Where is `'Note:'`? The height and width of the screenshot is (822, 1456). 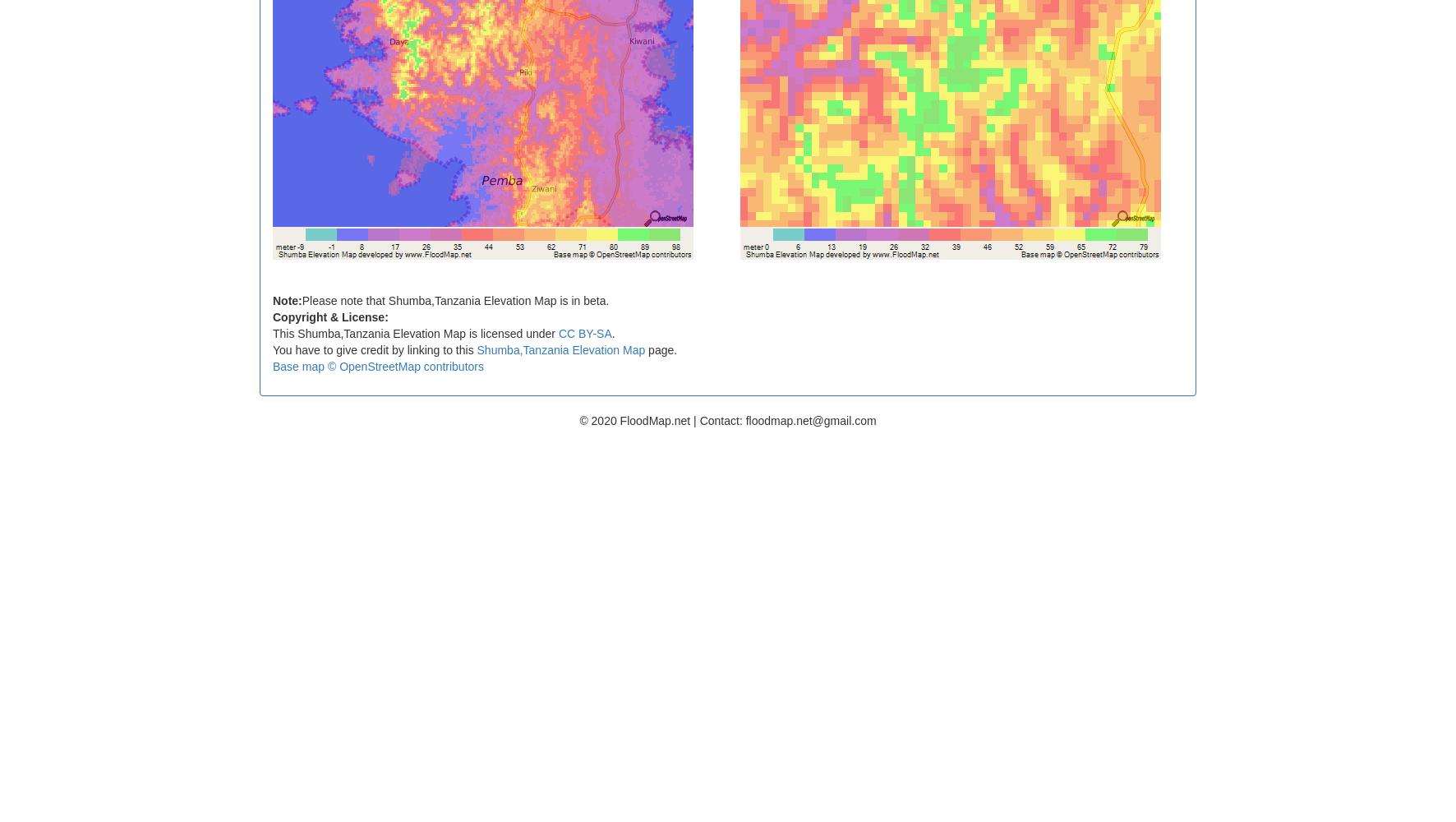 'Note:' is located at coordinates (272, 299).